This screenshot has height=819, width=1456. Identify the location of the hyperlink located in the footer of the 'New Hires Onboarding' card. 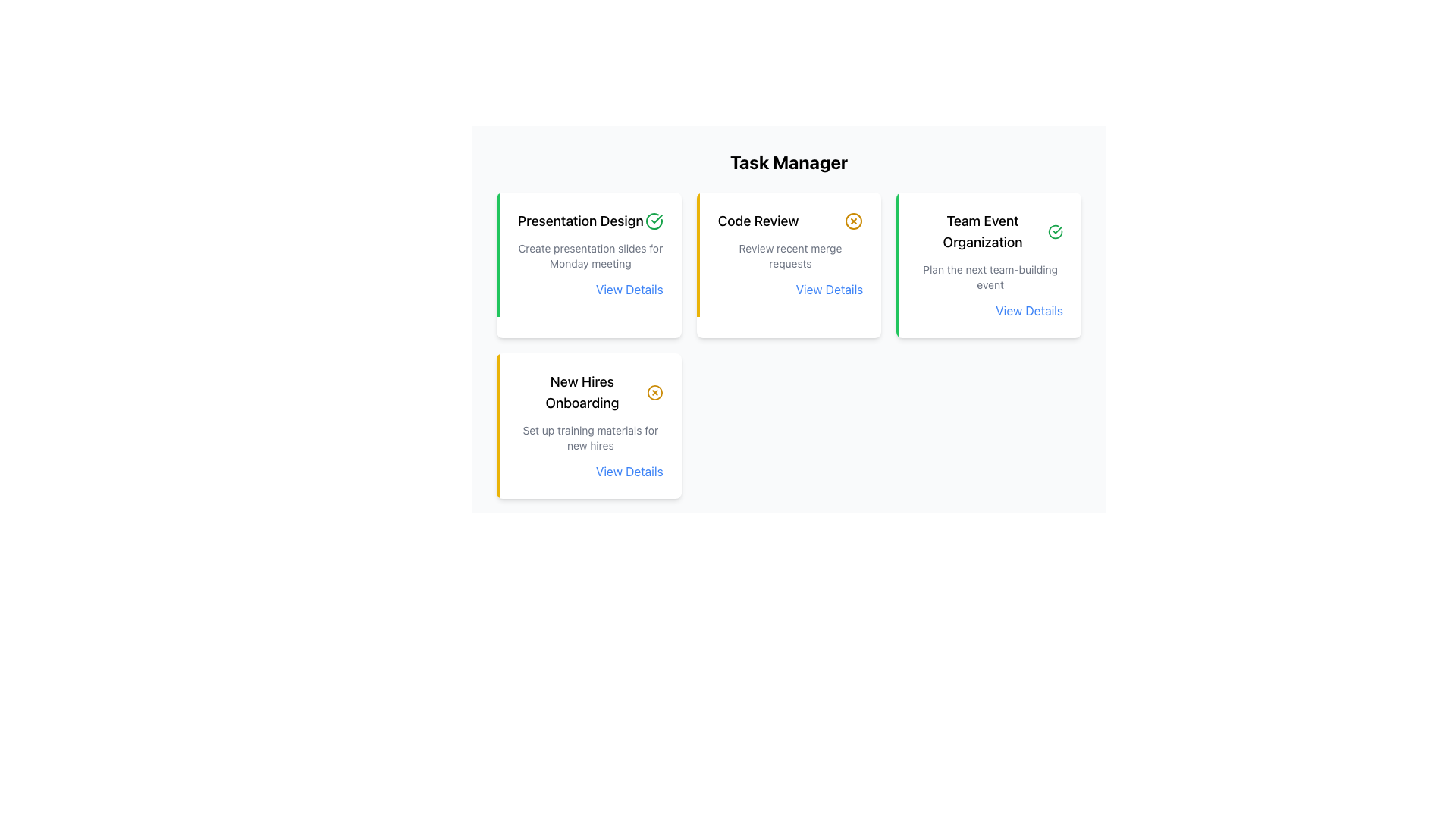
(629, 470).